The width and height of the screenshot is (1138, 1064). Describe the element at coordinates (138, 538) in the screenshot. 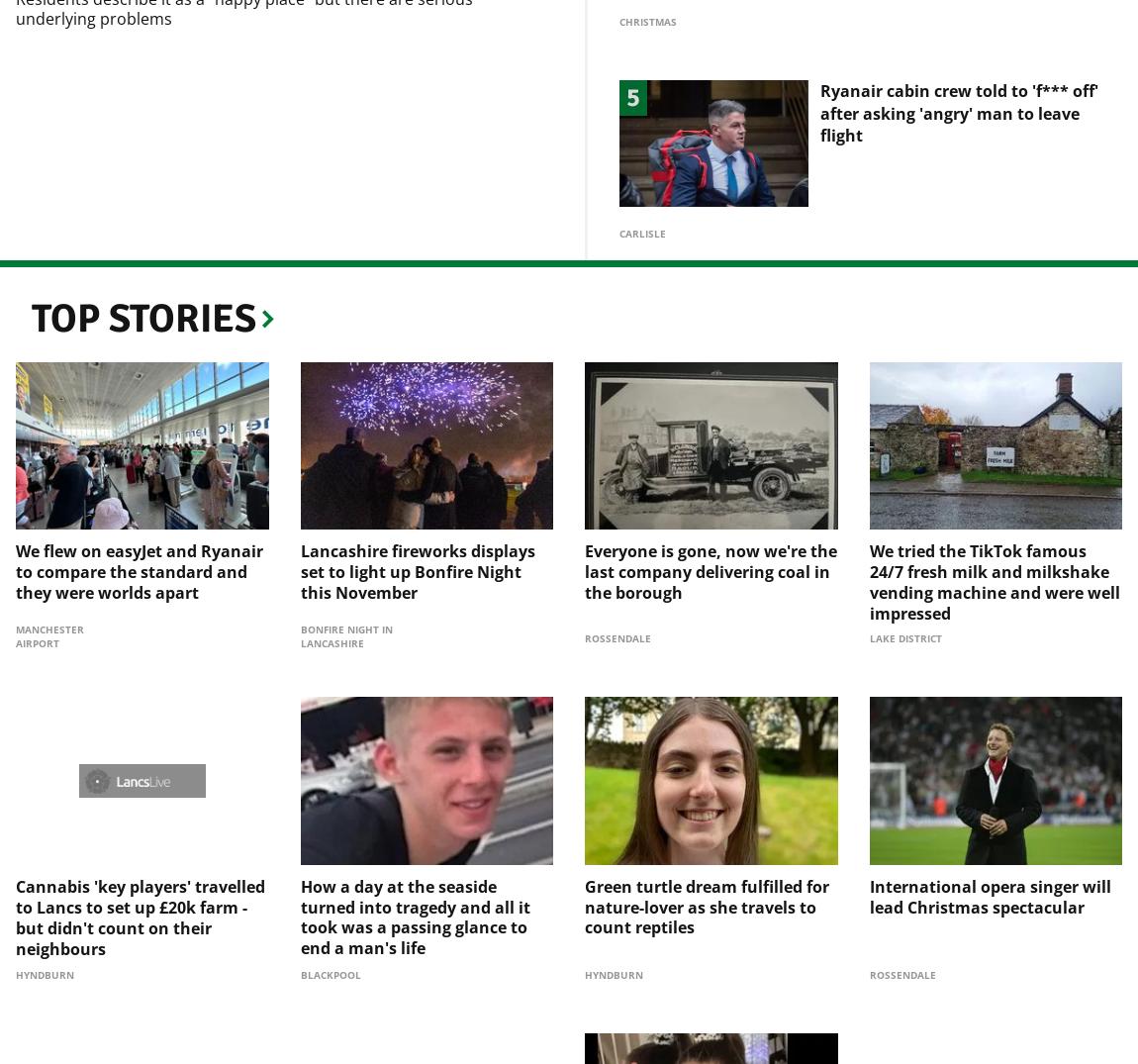

I see `'We flew on easyJet and Ryanair to compare the standard and they were worlds apart'` at that location.